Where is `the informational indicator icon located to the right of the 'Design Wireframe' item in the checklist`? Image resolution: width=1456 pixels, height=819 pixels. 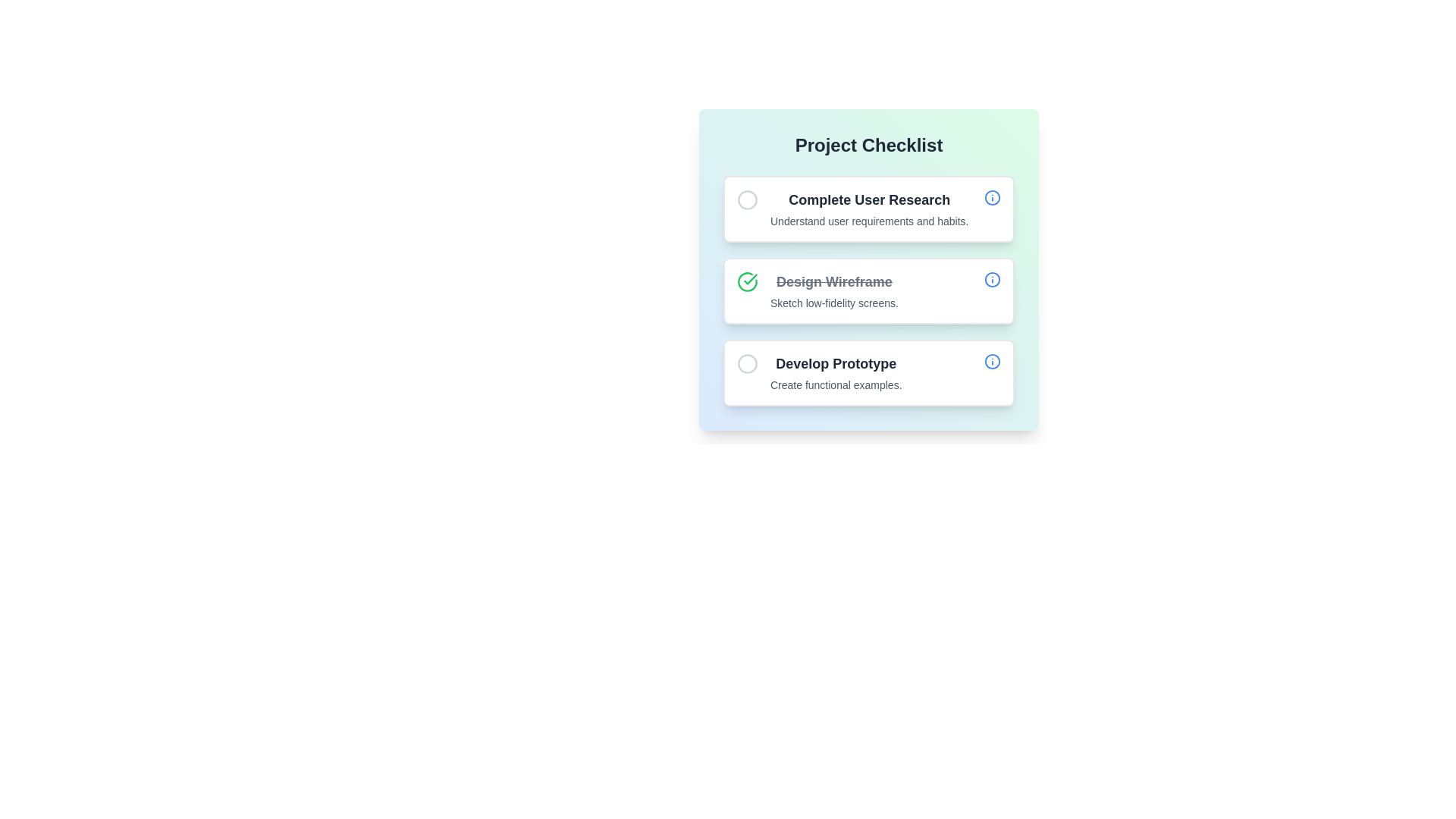
the informational indicator icon located to the right of the 'Design Wireframe' item in the checklist is located at coordinates (993, 280).